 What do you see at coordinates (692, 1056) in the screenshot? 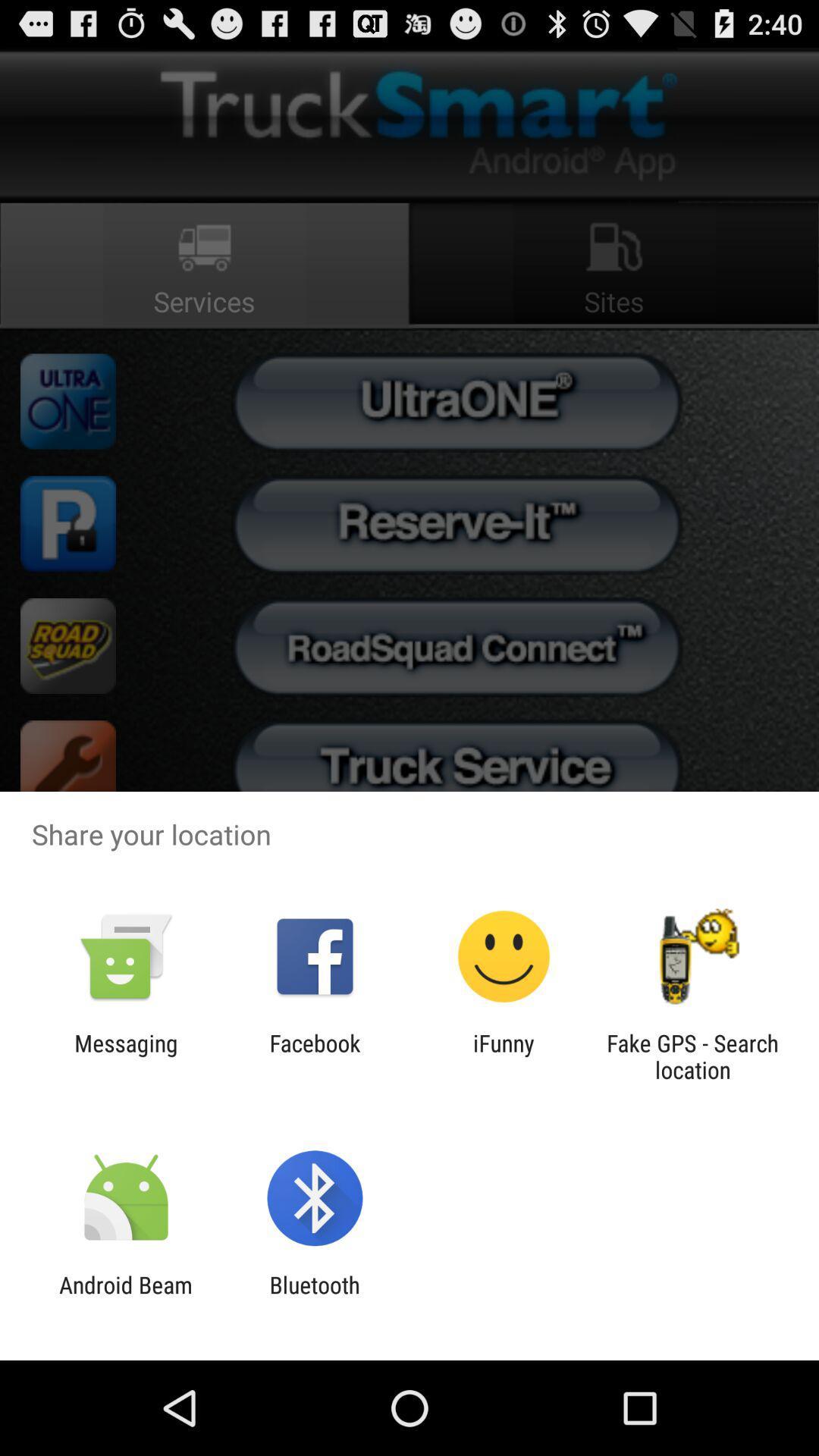
I see `fake gps search` at bounding box center [692, 1056].